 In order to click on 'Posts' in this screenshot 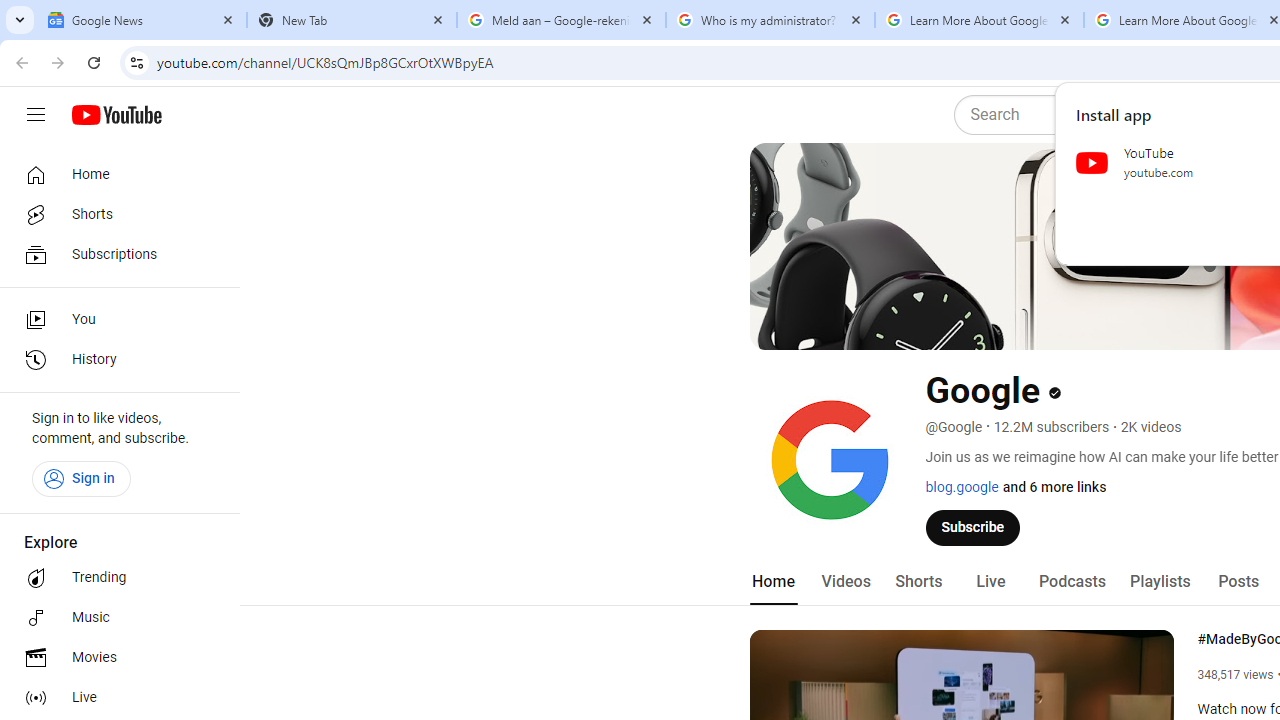, I will do `click(1237, 581)`.